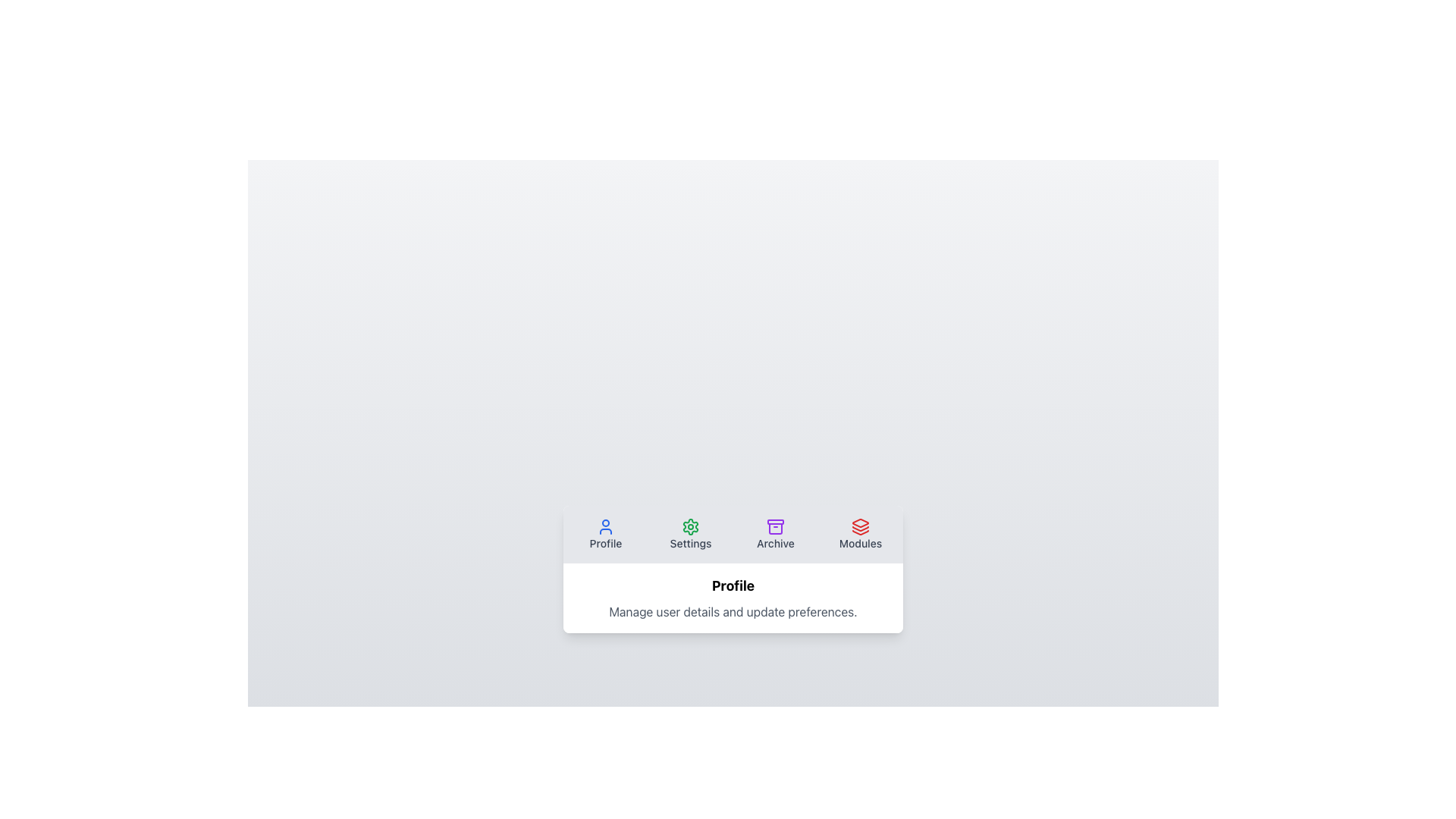 The image size is (1456, 819). Describe the element at coordinates (690, 534) in the screenshot. I see `the navigation tab for accessing application settings, which is the second tab in the navigation menu located between the 'Profile' and 'Archive' options` at that location.